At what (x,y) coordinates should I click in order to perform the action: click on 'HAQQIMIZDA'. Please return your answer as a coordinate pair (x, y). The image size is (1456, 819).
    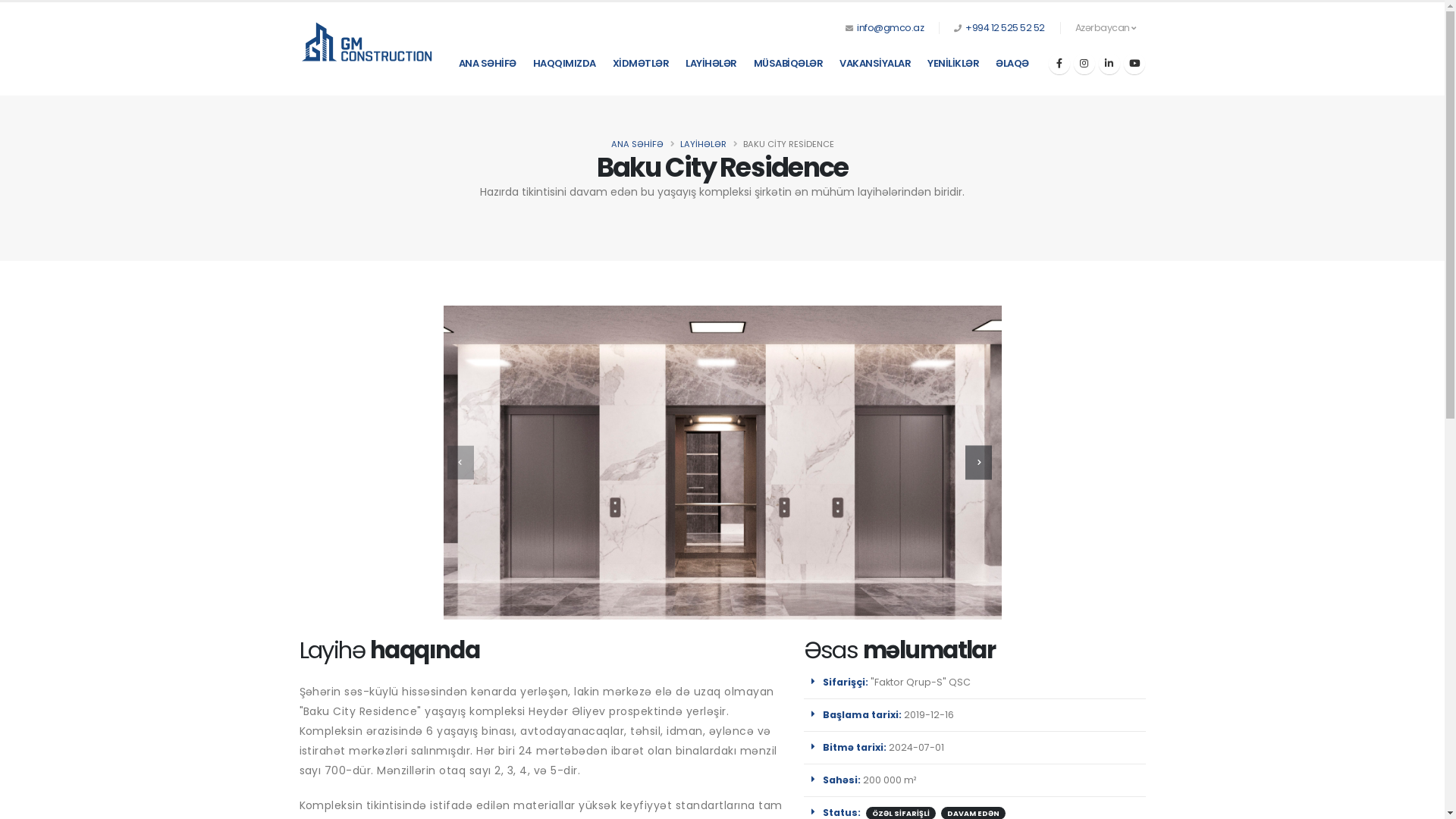
    Looking at the image, I should click on (563, 63).